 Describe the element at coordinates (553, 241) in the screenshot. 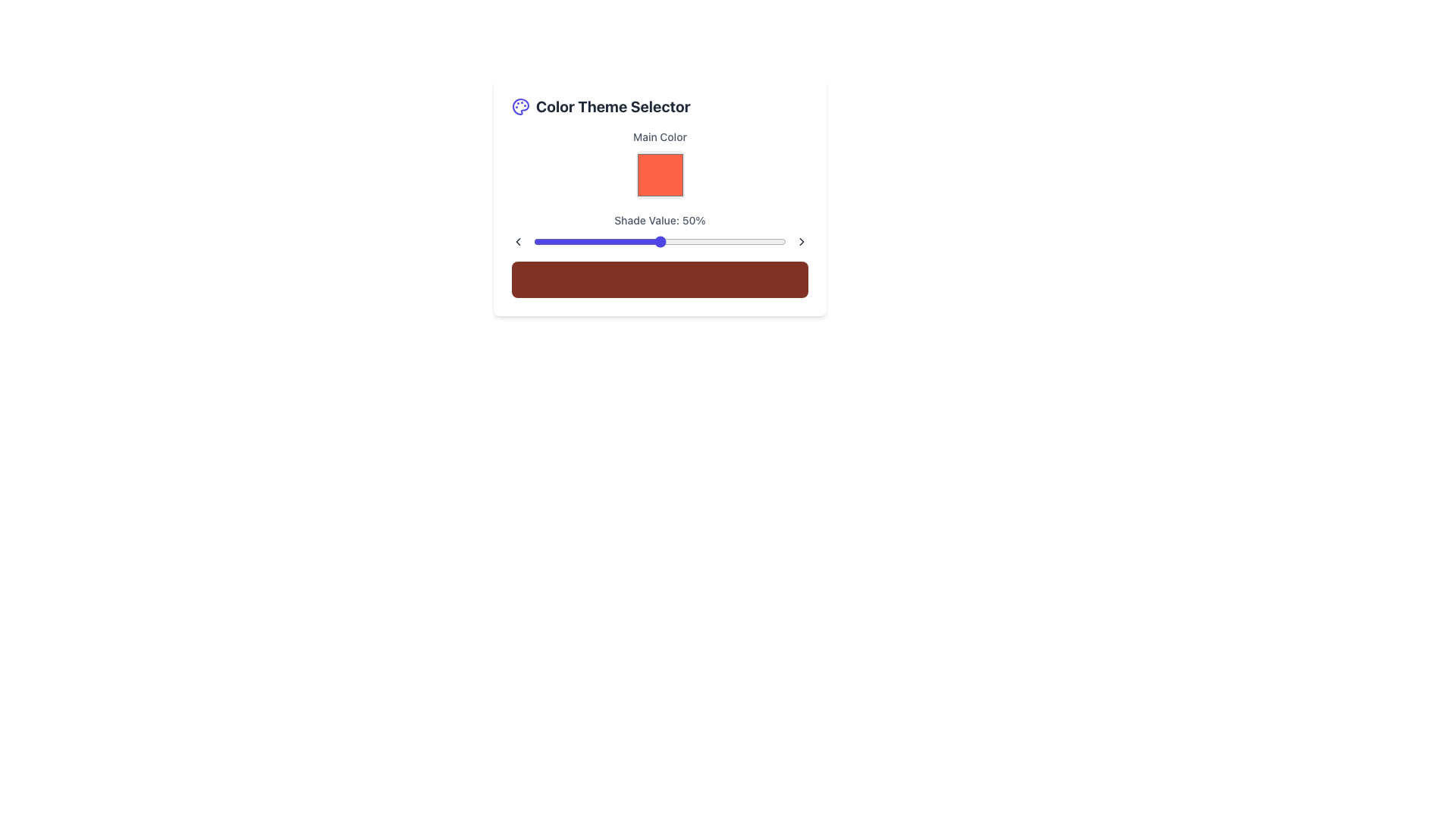

I see `the shade value` at that location.